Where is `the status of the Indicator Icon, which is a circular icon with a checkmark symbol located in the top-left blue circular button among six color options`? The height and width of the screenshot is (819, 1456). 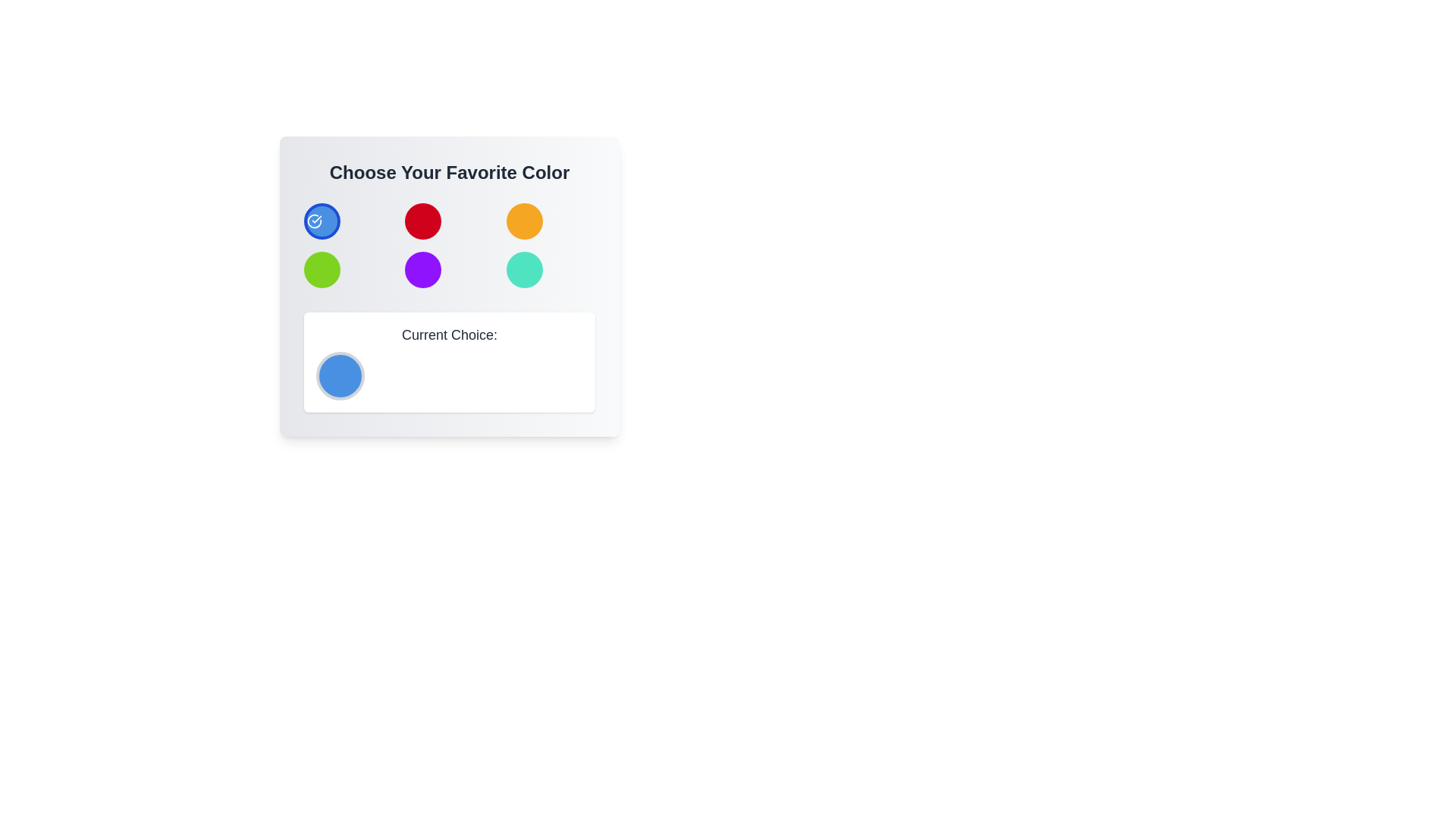
the status of the Indicator Icon, which is a circular icon with a checkmark symbol located in the top-left blue circular button among six color options is located at coordinates (313, 221).